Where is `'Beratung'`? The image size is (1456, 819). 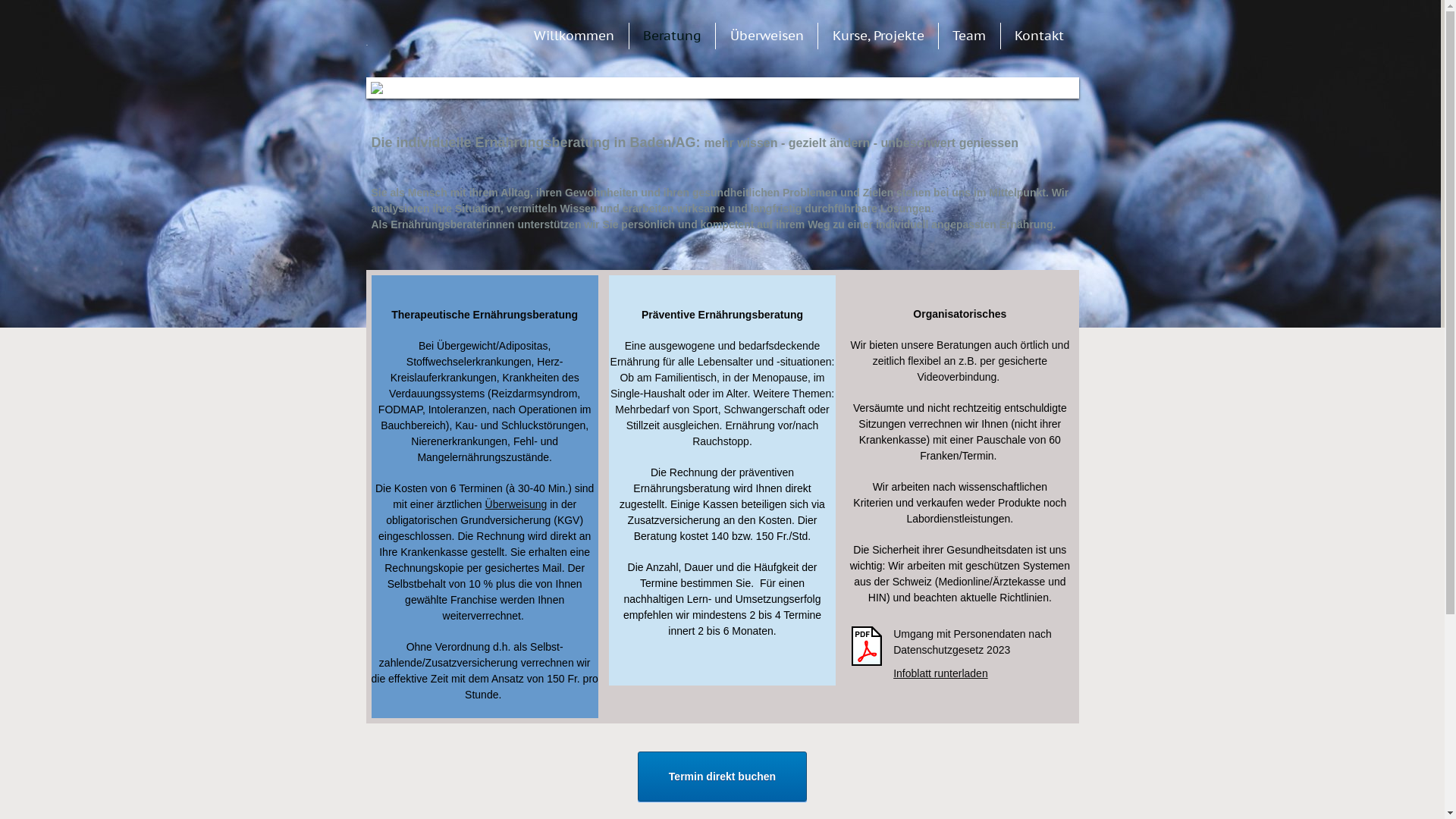 'Beratung' is located at coordinates (635, 34).